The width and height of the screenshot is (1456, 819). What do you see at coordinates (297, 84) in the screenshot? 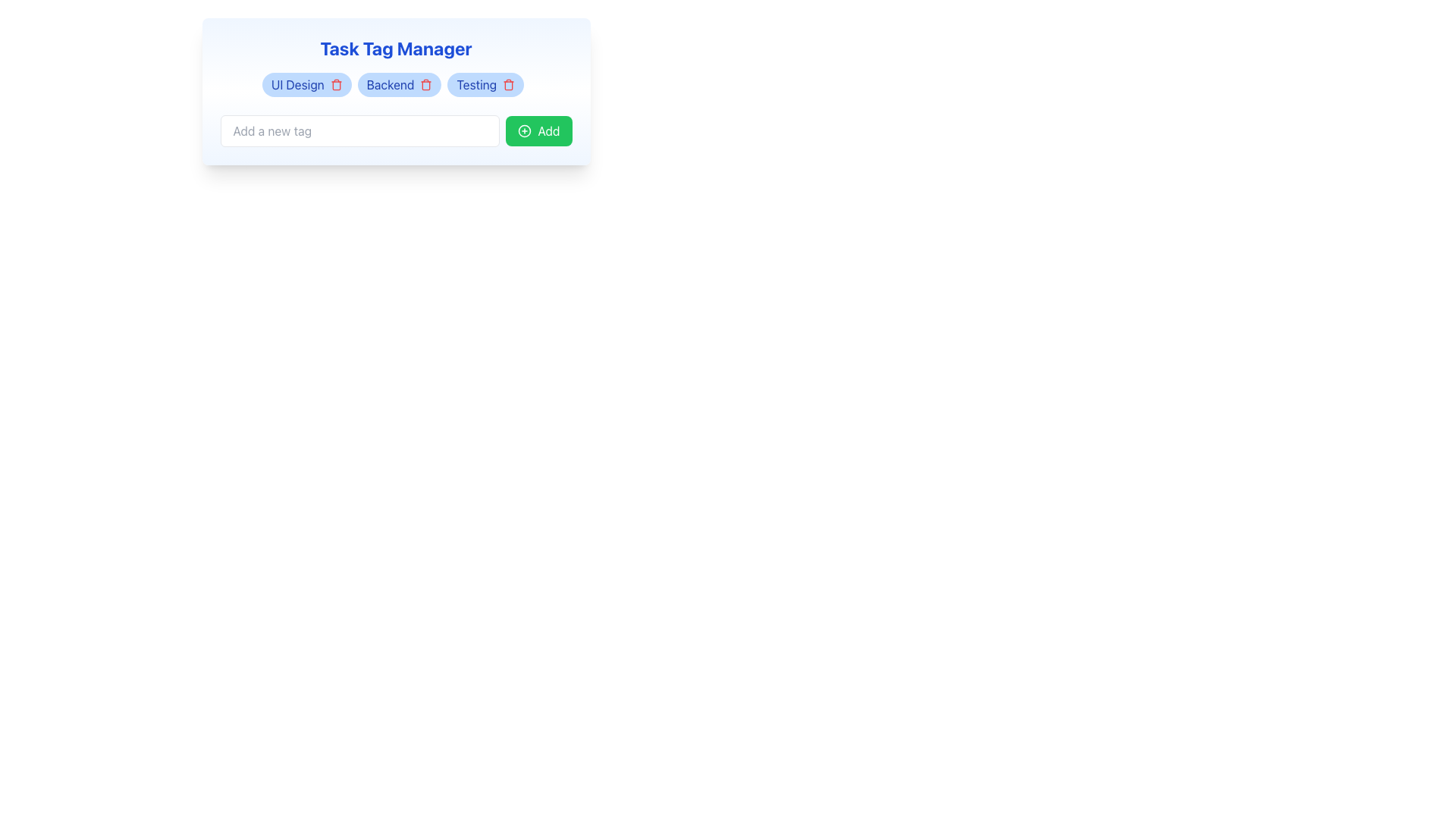
I see `the text label displaying 'UI Design' in a blue font, which is located beneath the heading 'Task Tag Manager' in the top left part of the visible tag section` at bounding box center [297, 84].